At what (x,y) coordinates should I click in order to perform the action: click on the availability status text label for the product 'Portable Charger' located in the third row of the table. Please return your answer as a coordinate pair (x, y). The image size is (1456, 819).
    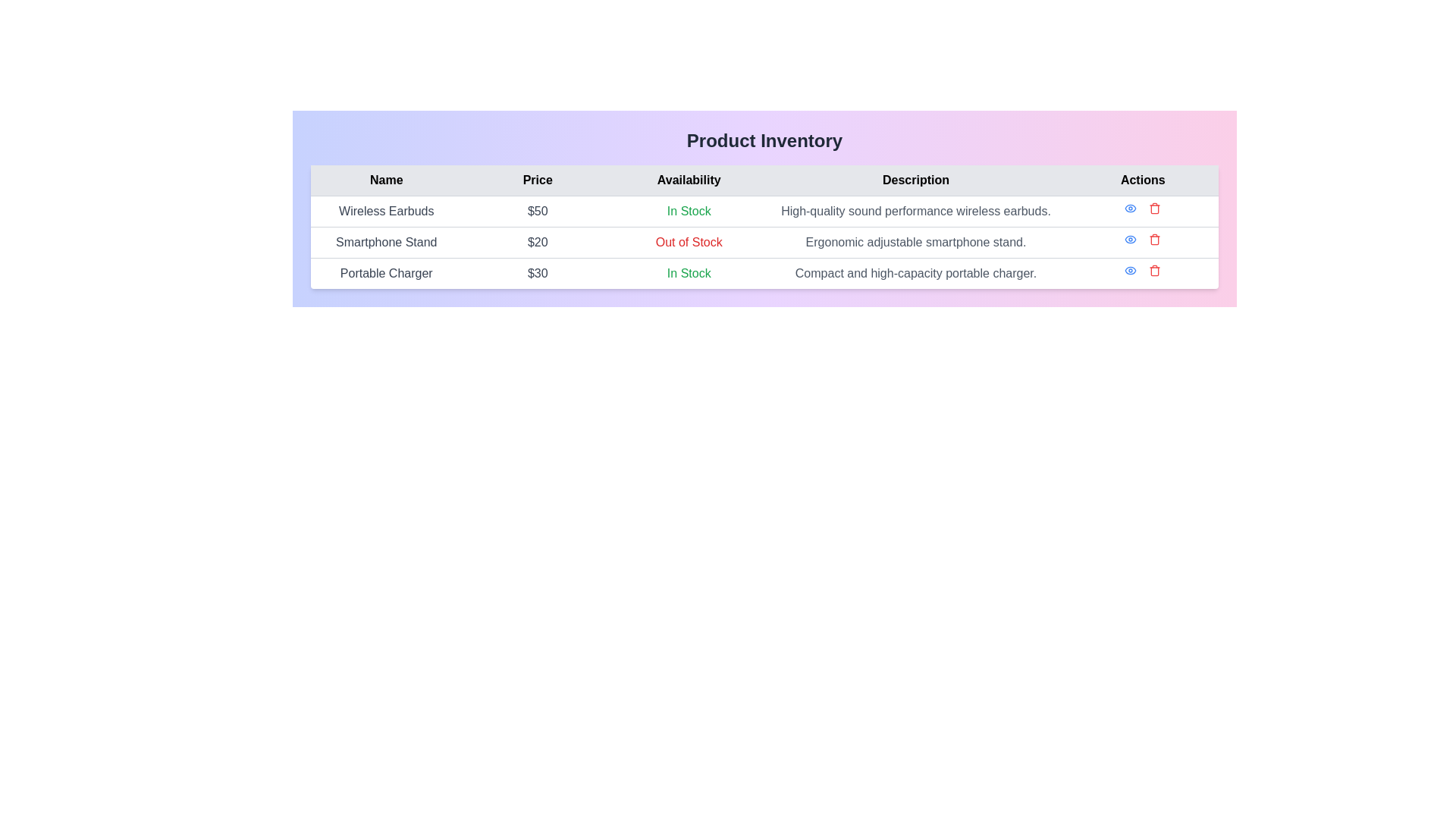
    Looking at the image, I should click on (688, 273).